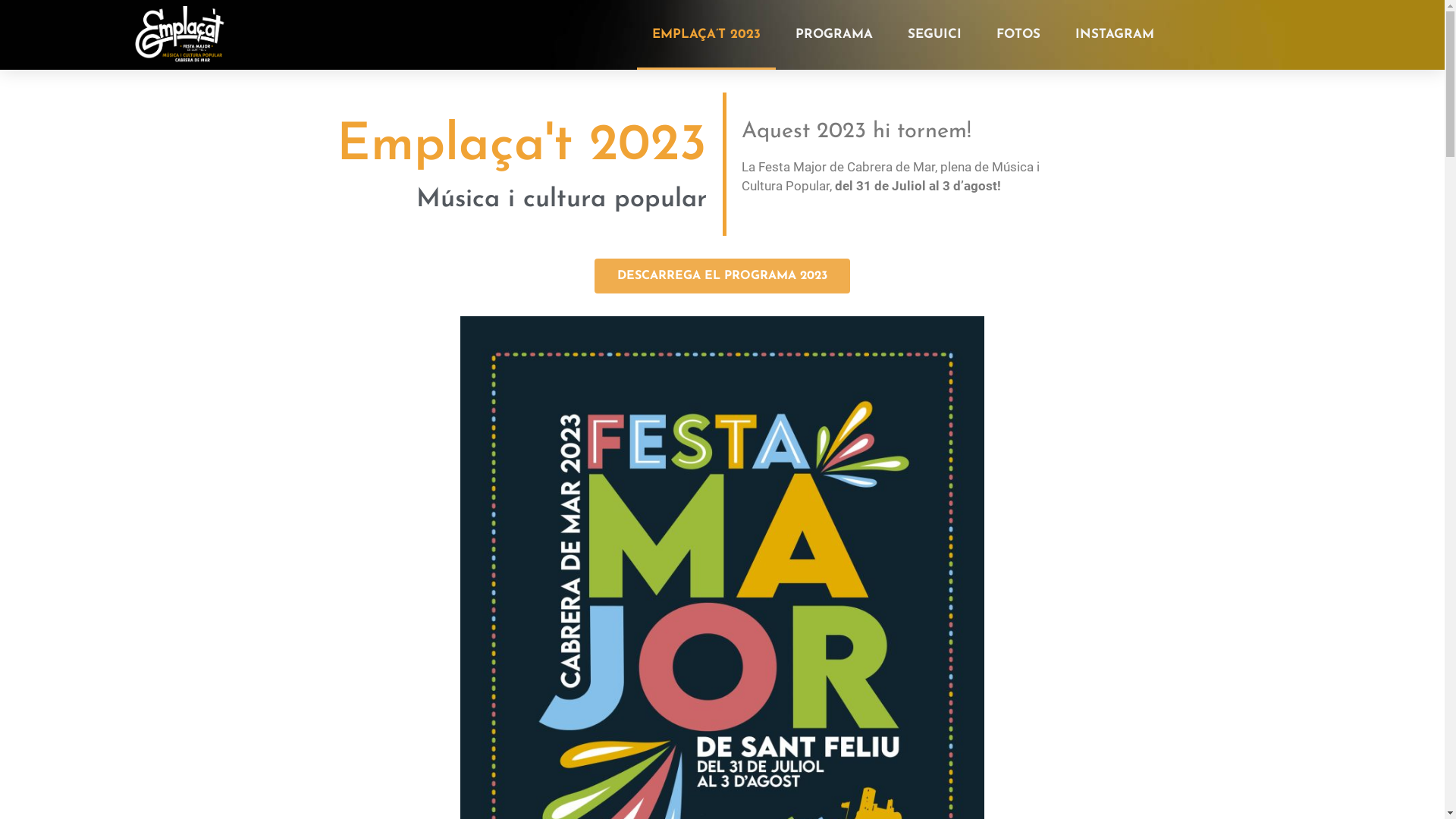 The image size is (1456, 819). Describe the element at coordinates (1114, 34) in the screenshot. I see `'INSTAGRAM'` at that location.